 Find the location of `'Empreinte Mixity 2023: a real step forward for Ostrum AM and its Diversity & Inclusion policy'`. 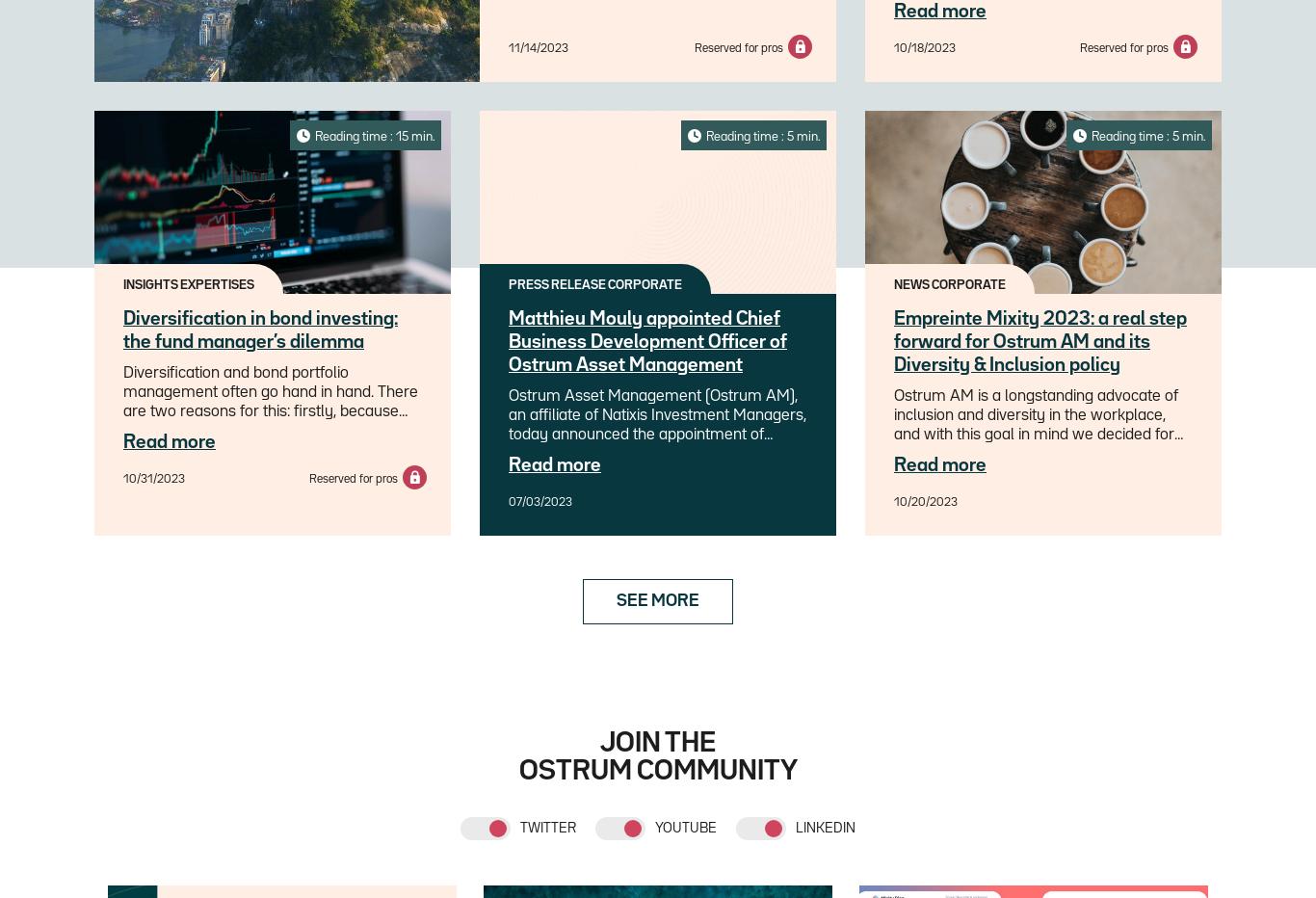

'Empreinte Mixity 2023: a real step forward for Ostrum AM and its Diversity & Inclusion policy' is located at coordinates (894, 340).